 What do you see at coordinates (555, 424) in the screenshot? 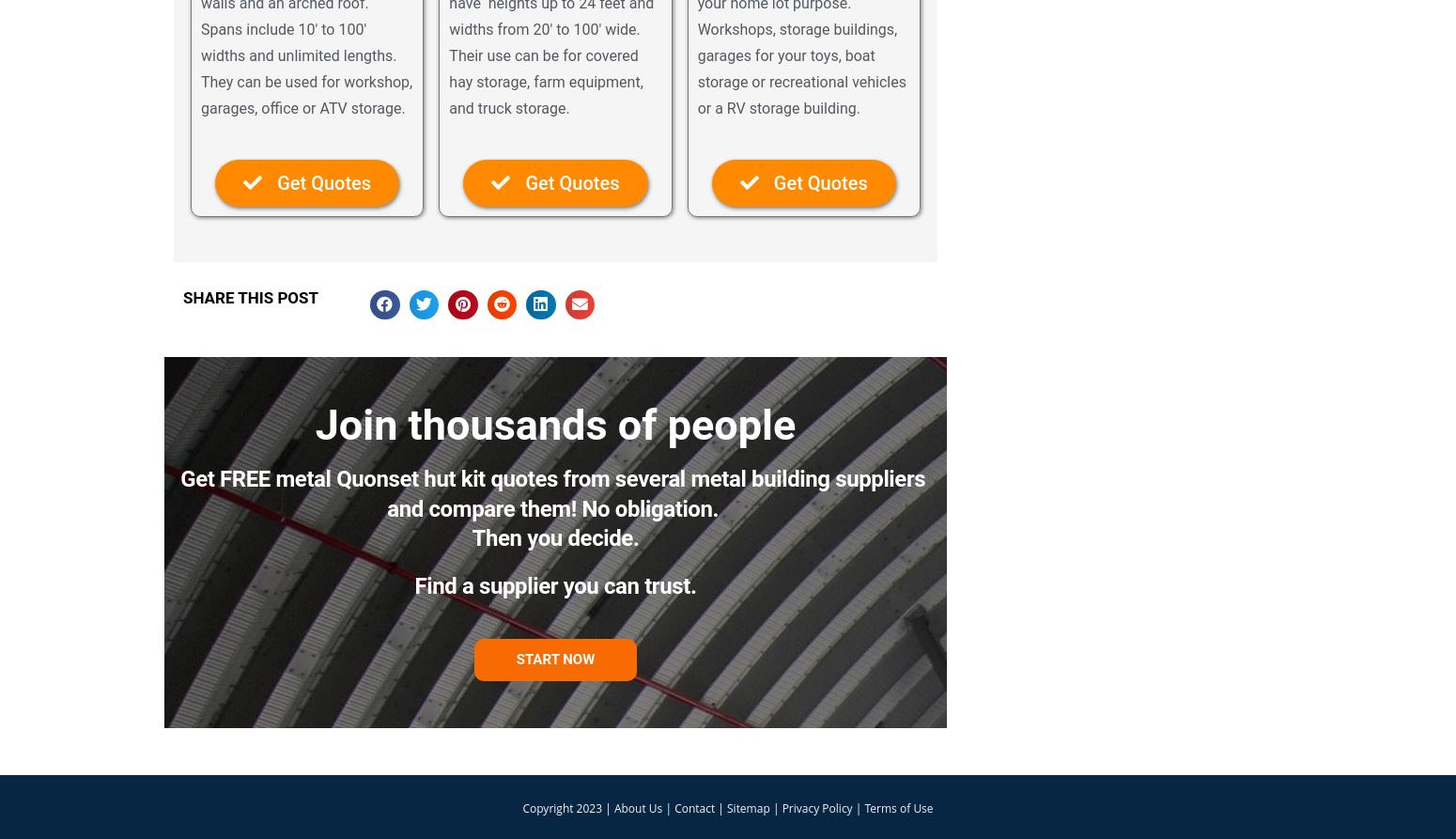
I see `'Join thousands of people'` at bounding box center [555, 424].